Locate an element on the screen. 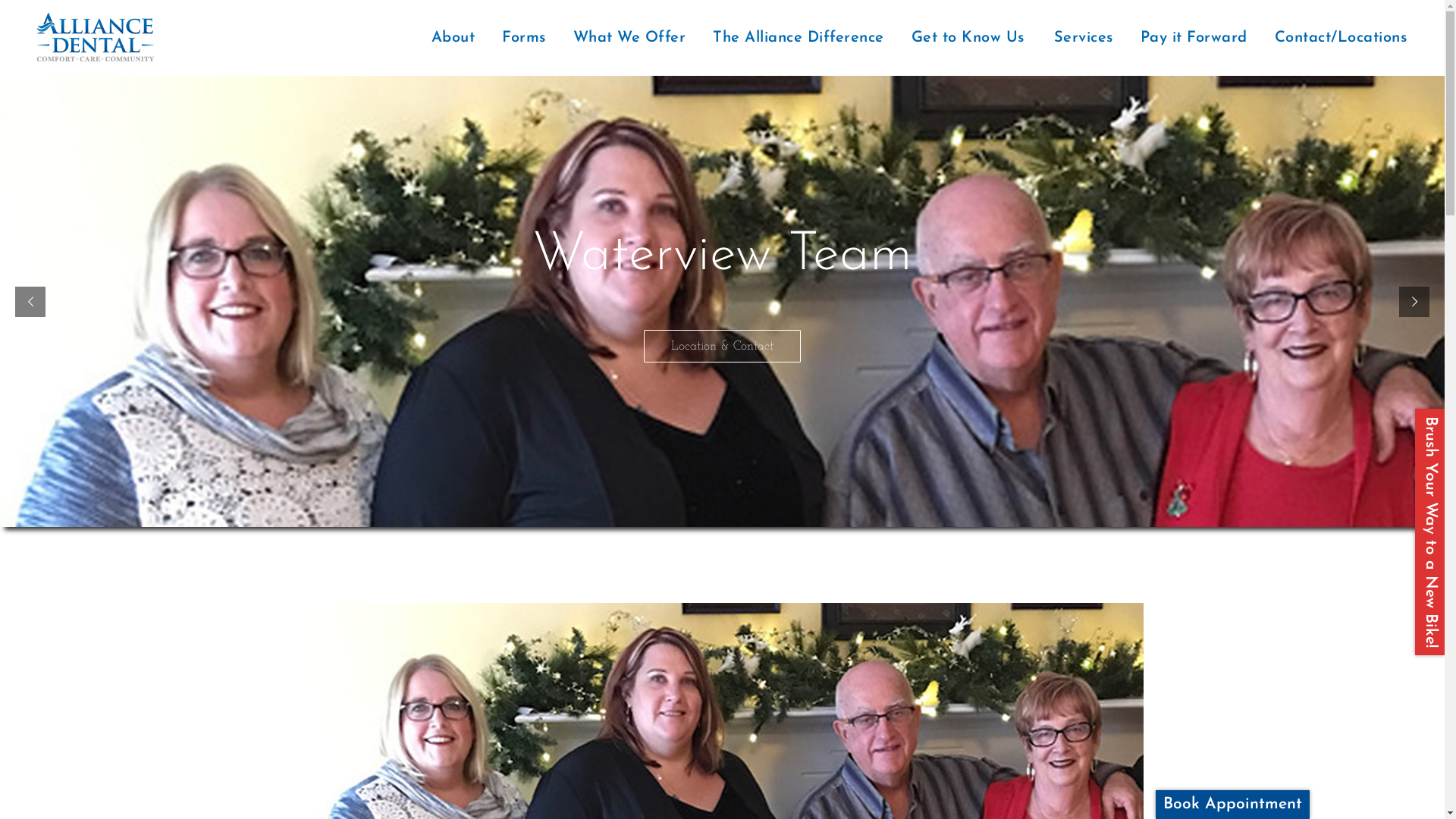 This screenshot has height=819, width=1456. 'What We Offer' is located at coordinates (629, 37).